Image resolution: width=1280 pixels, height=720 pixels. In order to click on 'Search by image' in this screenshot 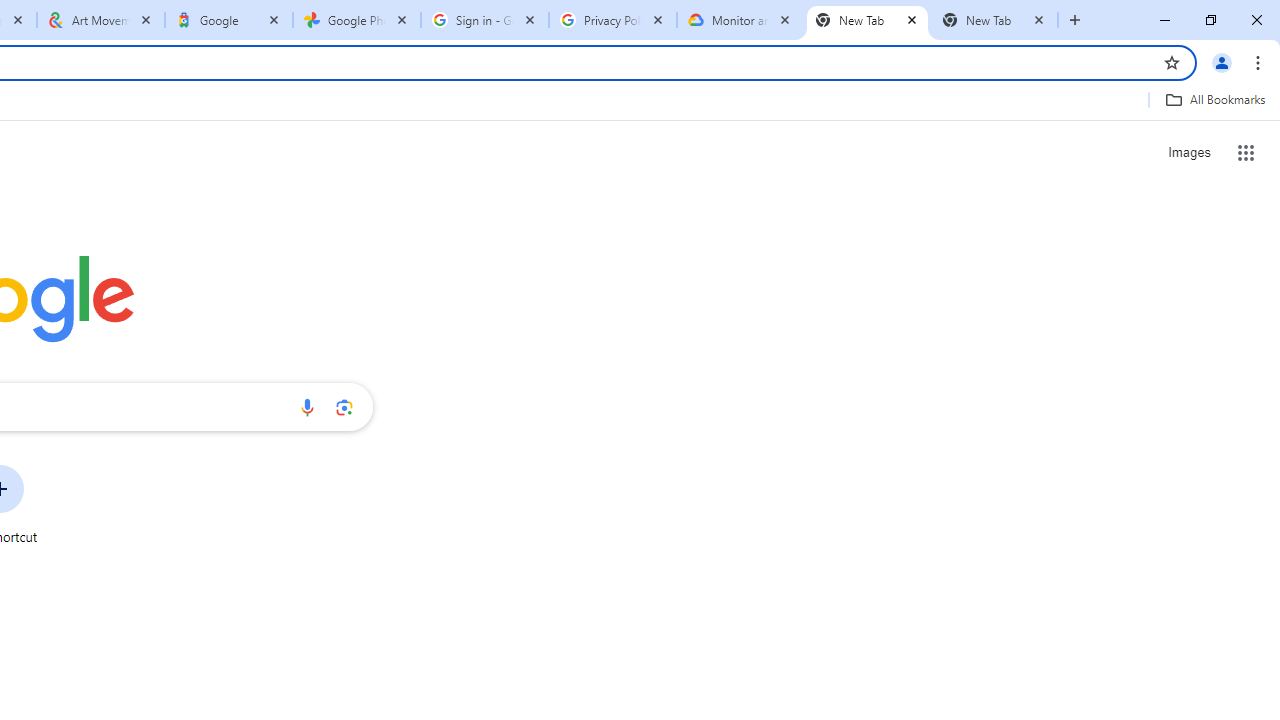, I will do `click(344, 406)`.